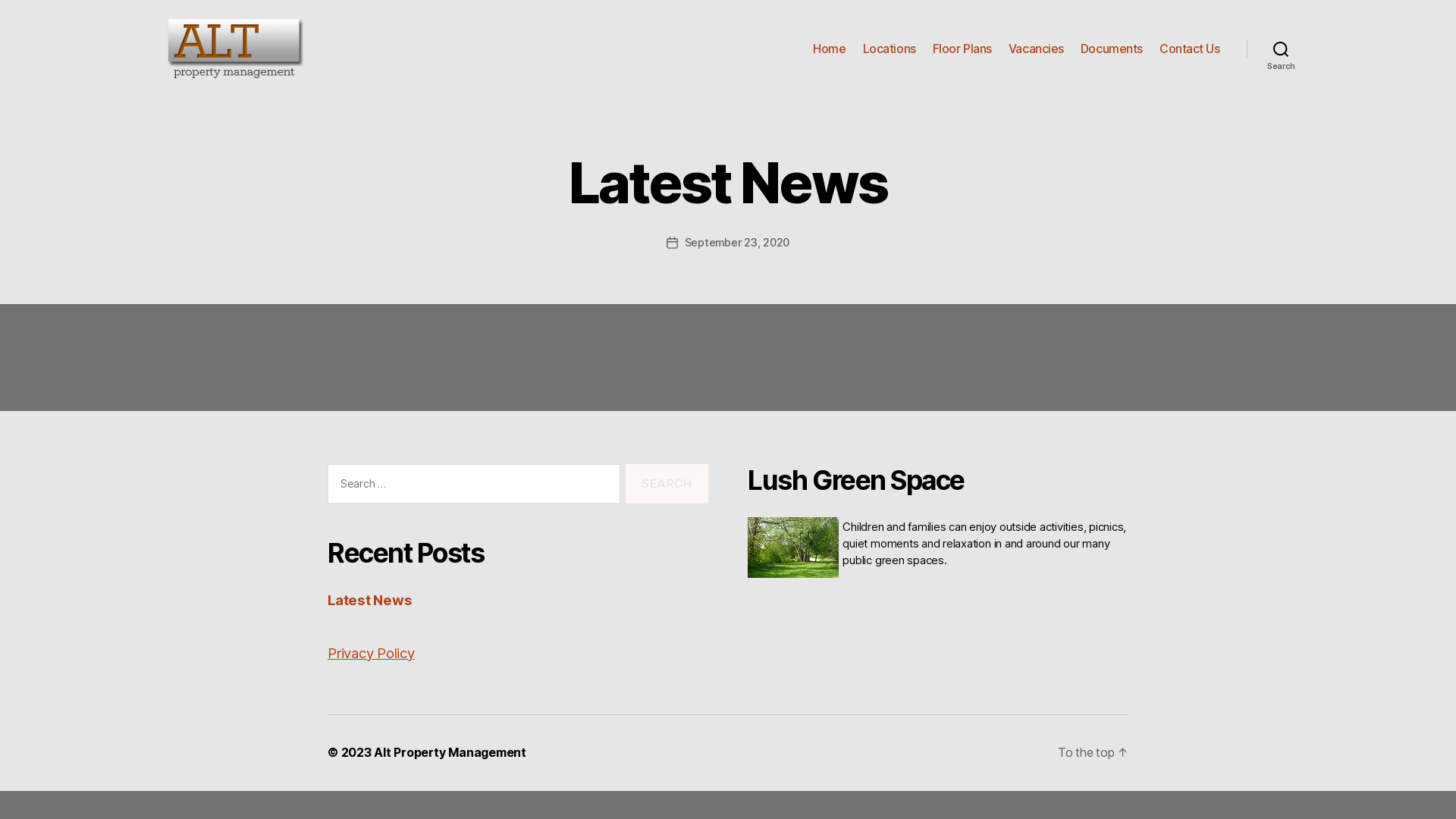 This screenshot has height=819, width=1456. Describe the element at coordinates (862, 48) in the screenshot. I see `'Locations'` at that location.